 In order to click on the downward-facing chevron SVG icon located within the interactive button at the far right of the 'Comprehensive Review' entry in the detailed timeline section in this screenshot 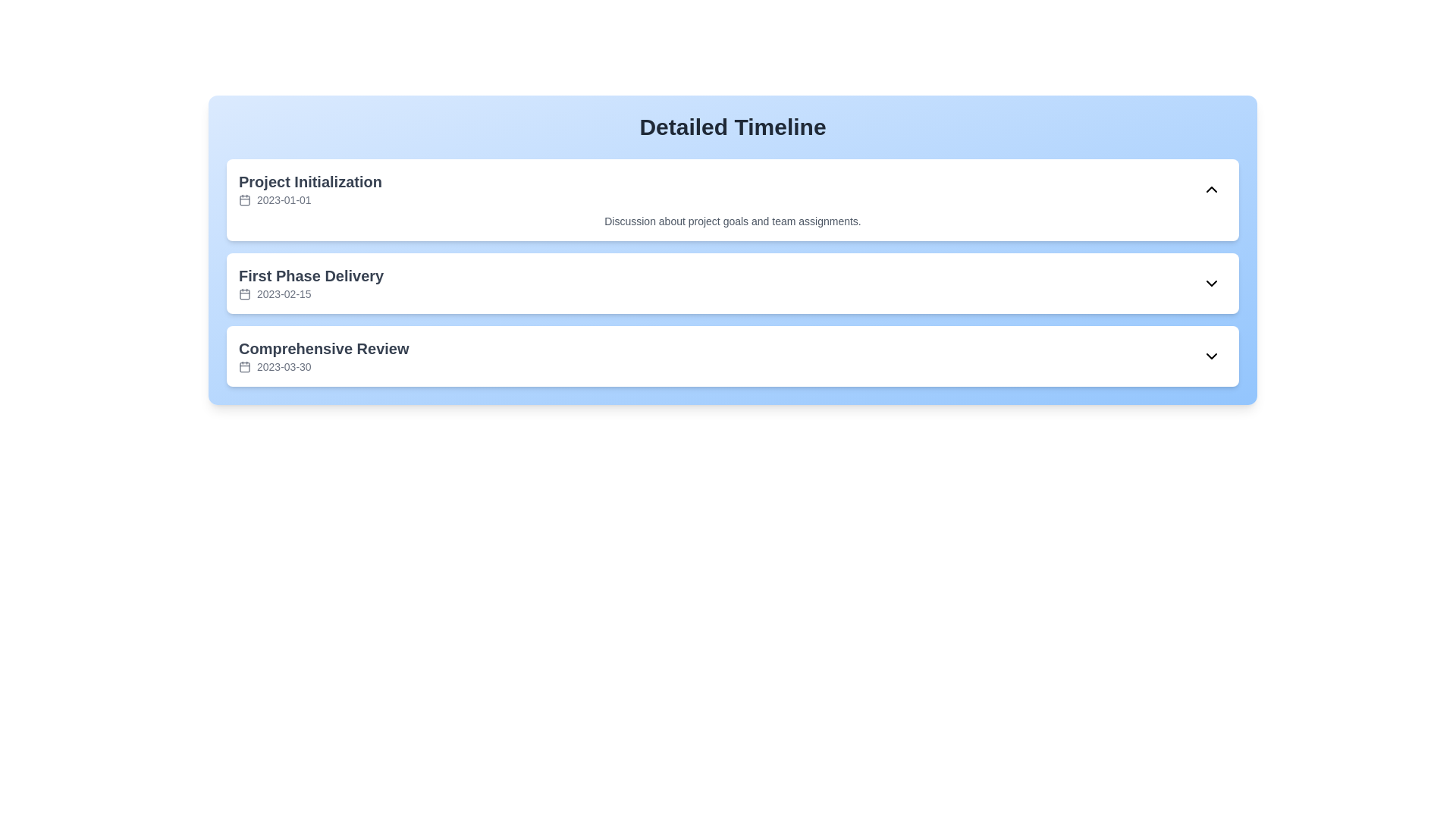, I will do `click(1211, 356)`.